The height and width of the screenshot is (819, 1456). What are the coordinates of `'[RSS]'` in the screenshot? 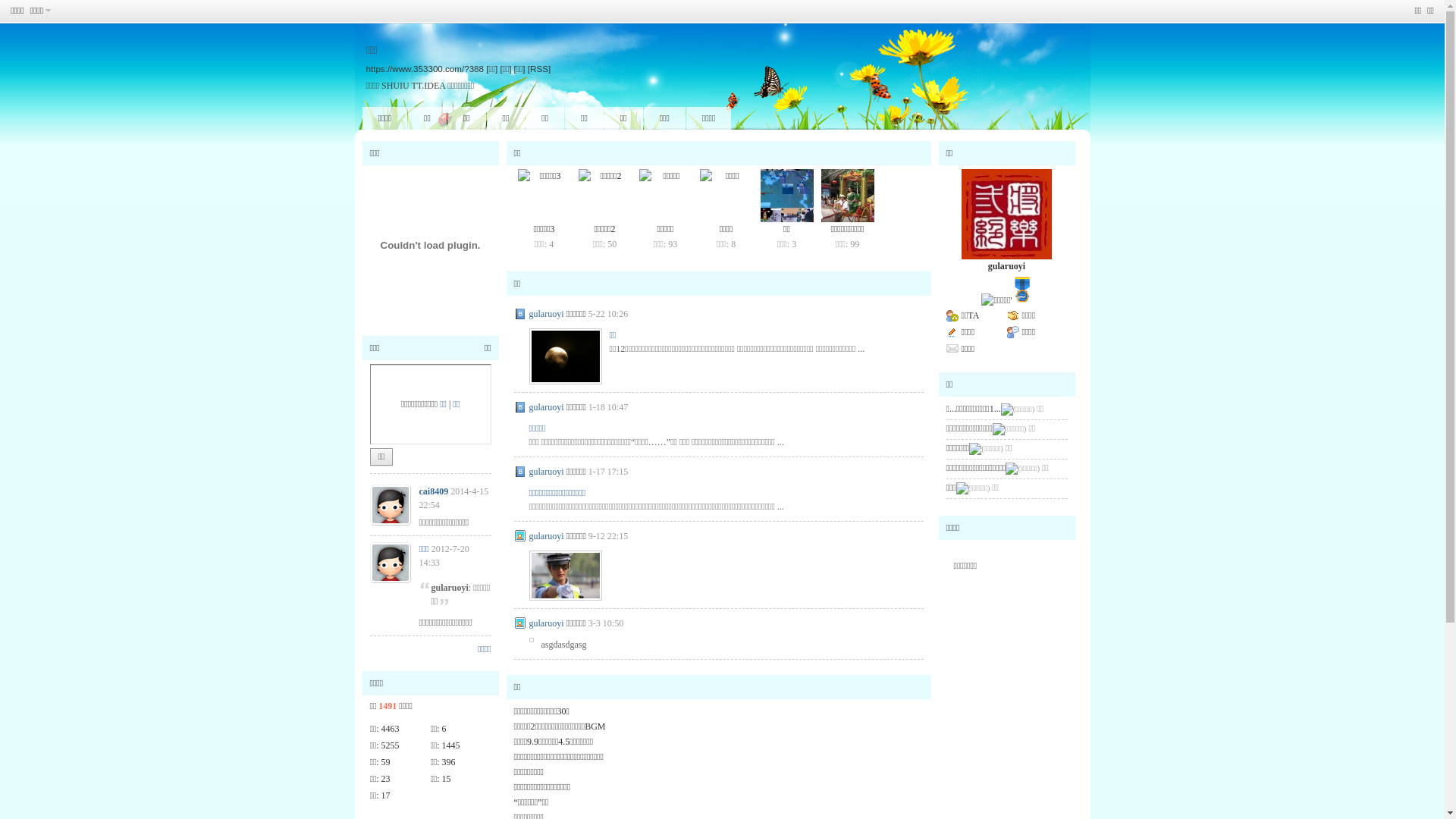 It's located at (538, 68).